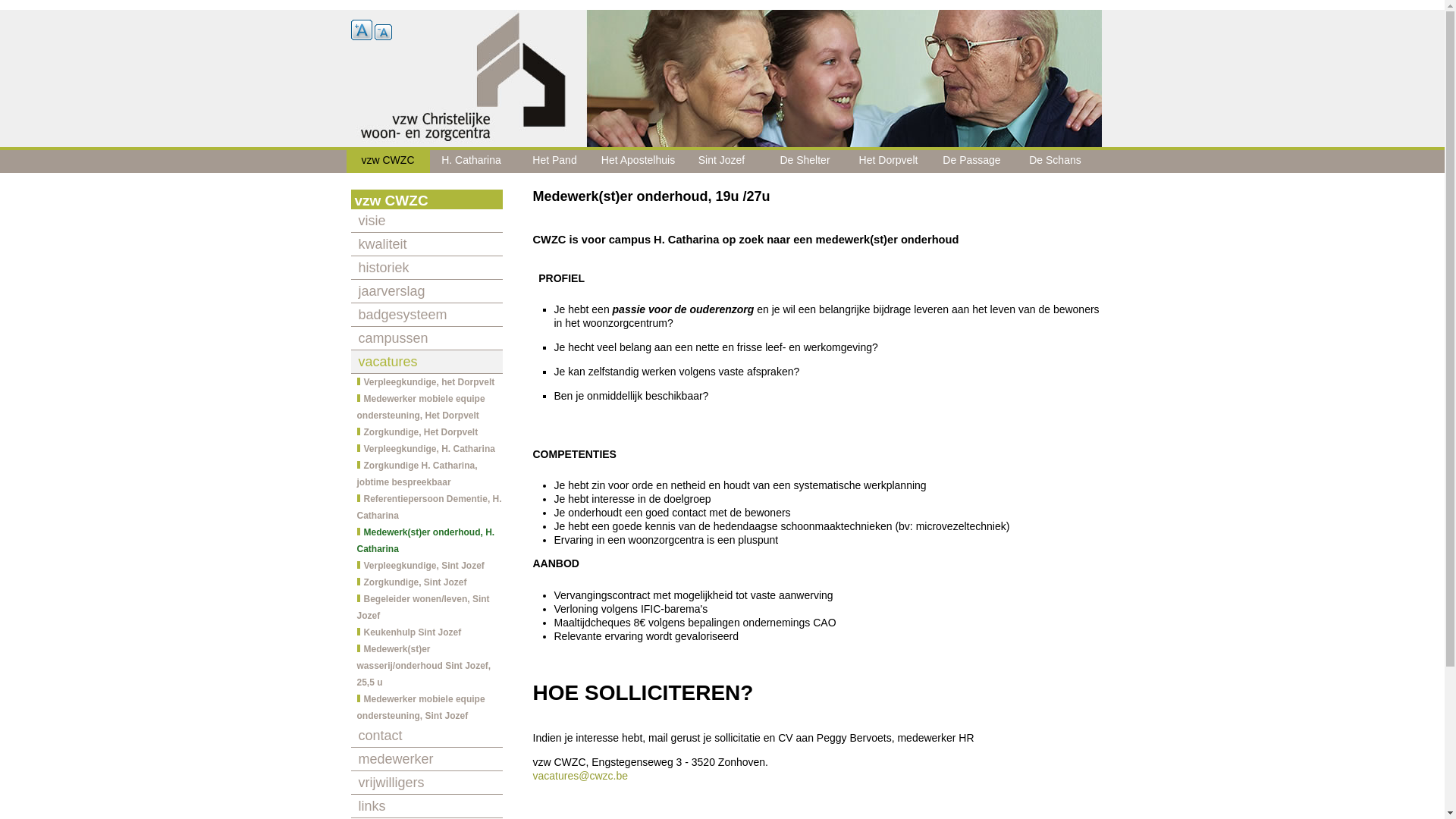 The height and width of the screenshot is (819, 1456). What do you see at coordinates (425, 665) in the screenshot?
I see `'Medewerk(st)er wasserij/onderhoud Sint Jozef, 25,5 u'` at bounding box center [425, 665].